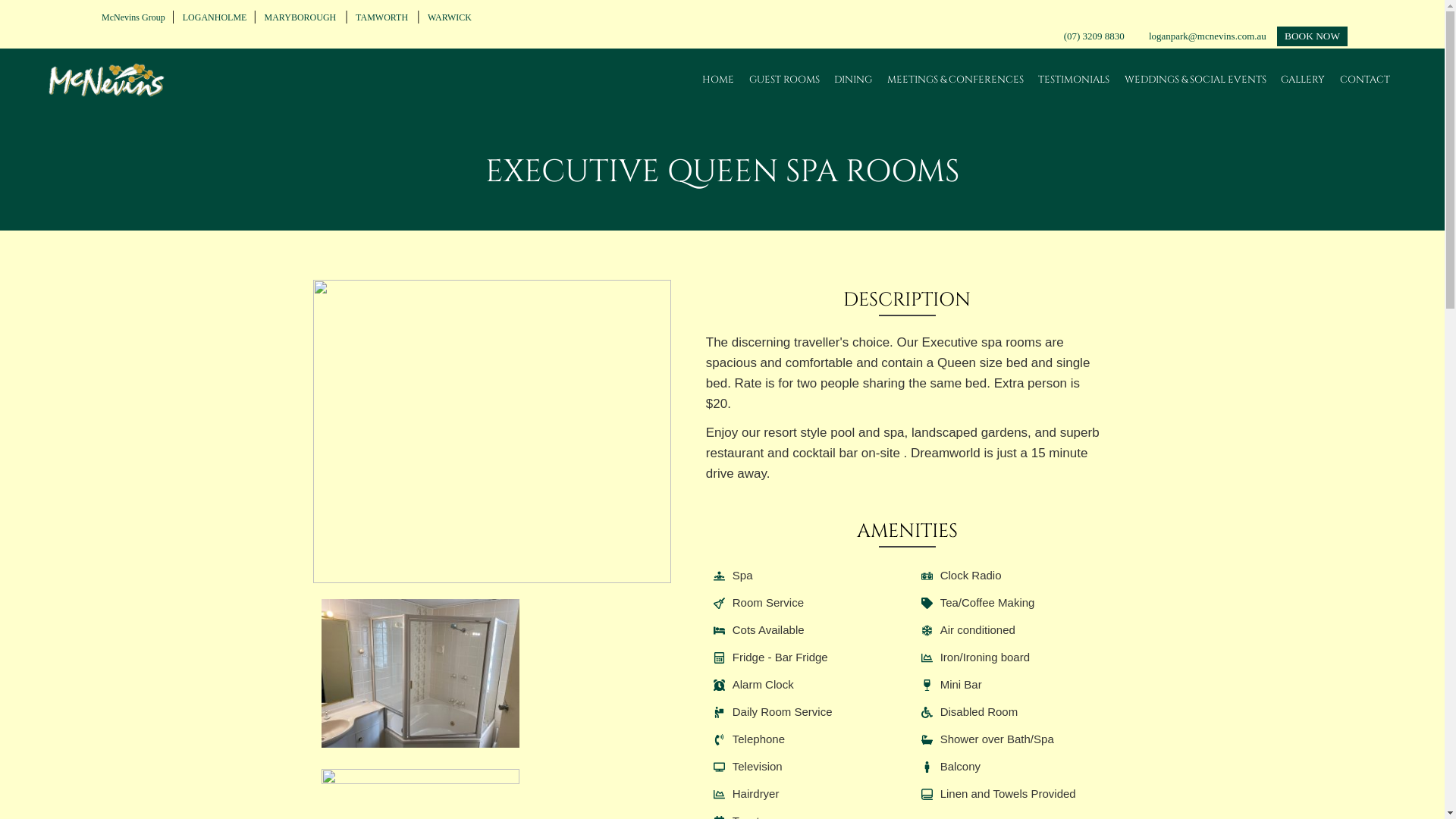 The image size is (1456, 819). What do you see at coordinates (852, 79) in the screenshot?
I see `'DINING'` at bounding box center [852, 79].